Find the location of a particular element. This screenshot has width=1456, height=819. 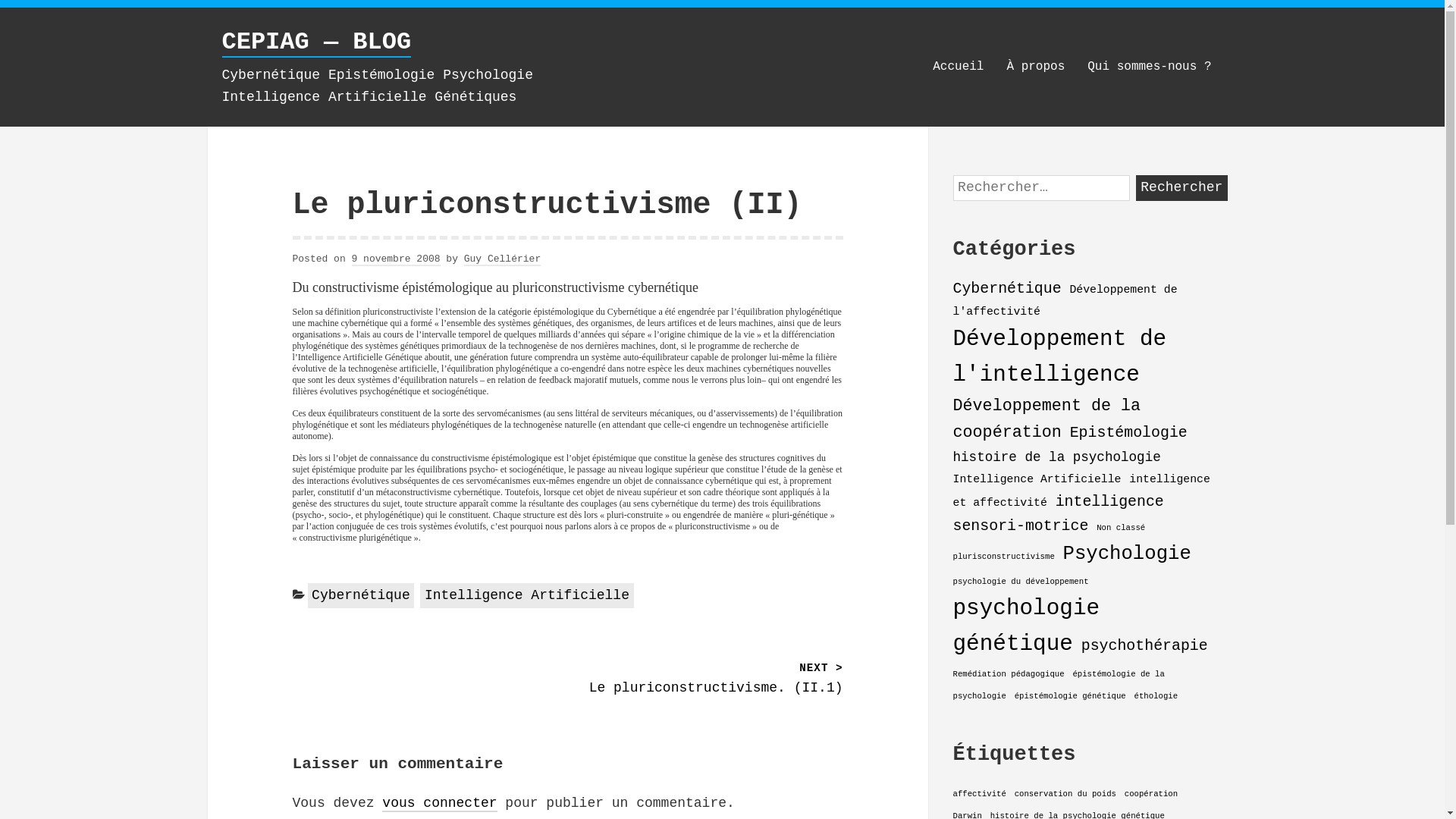

'9 novembre 2008' is located at coordinates (351, 259).